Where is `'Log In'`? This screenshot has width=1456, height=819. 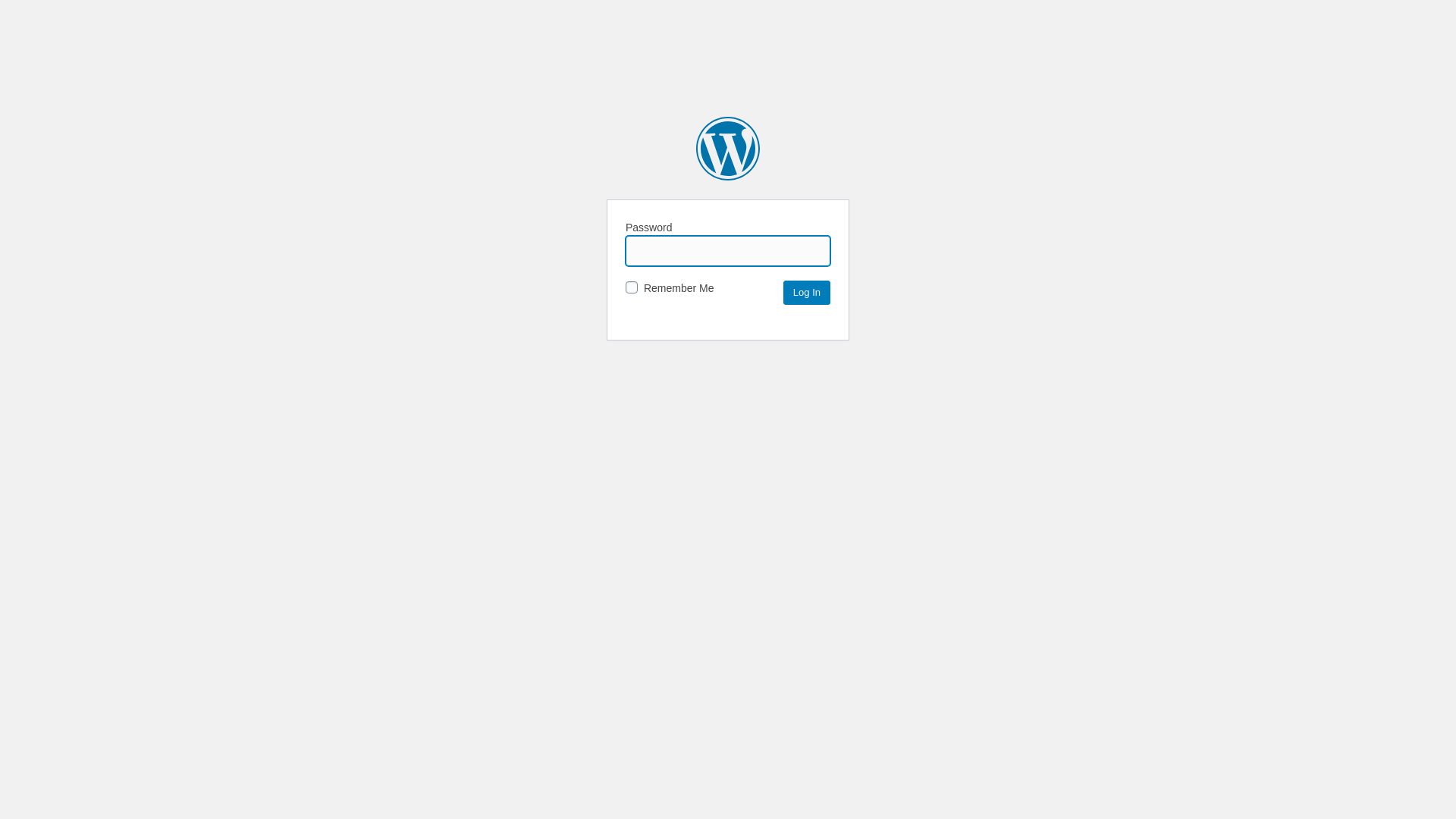
'Log In' is located at coordinates (783, 292).